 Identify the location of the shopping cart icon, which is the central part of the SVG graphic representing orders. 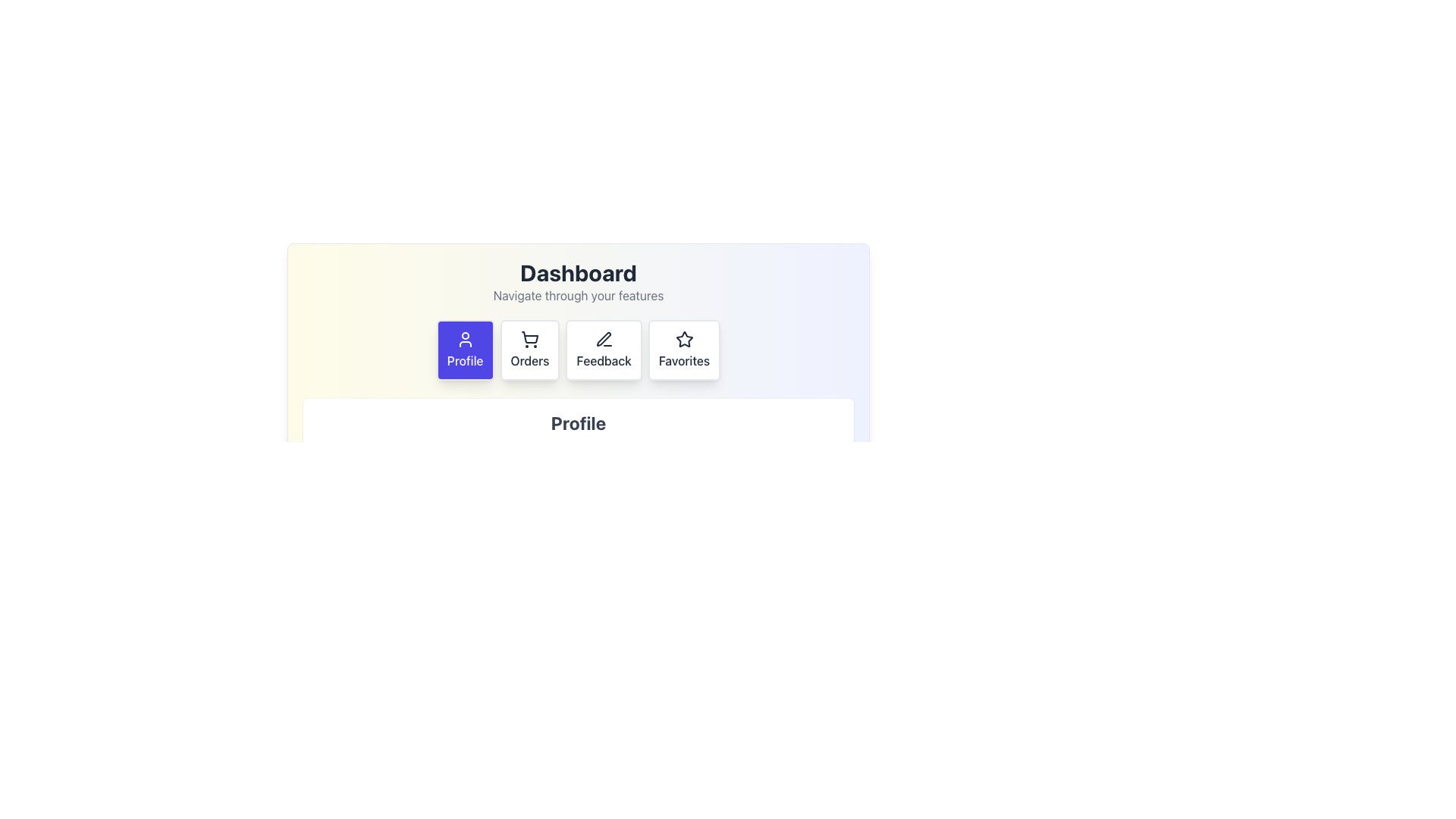
(530, 337).